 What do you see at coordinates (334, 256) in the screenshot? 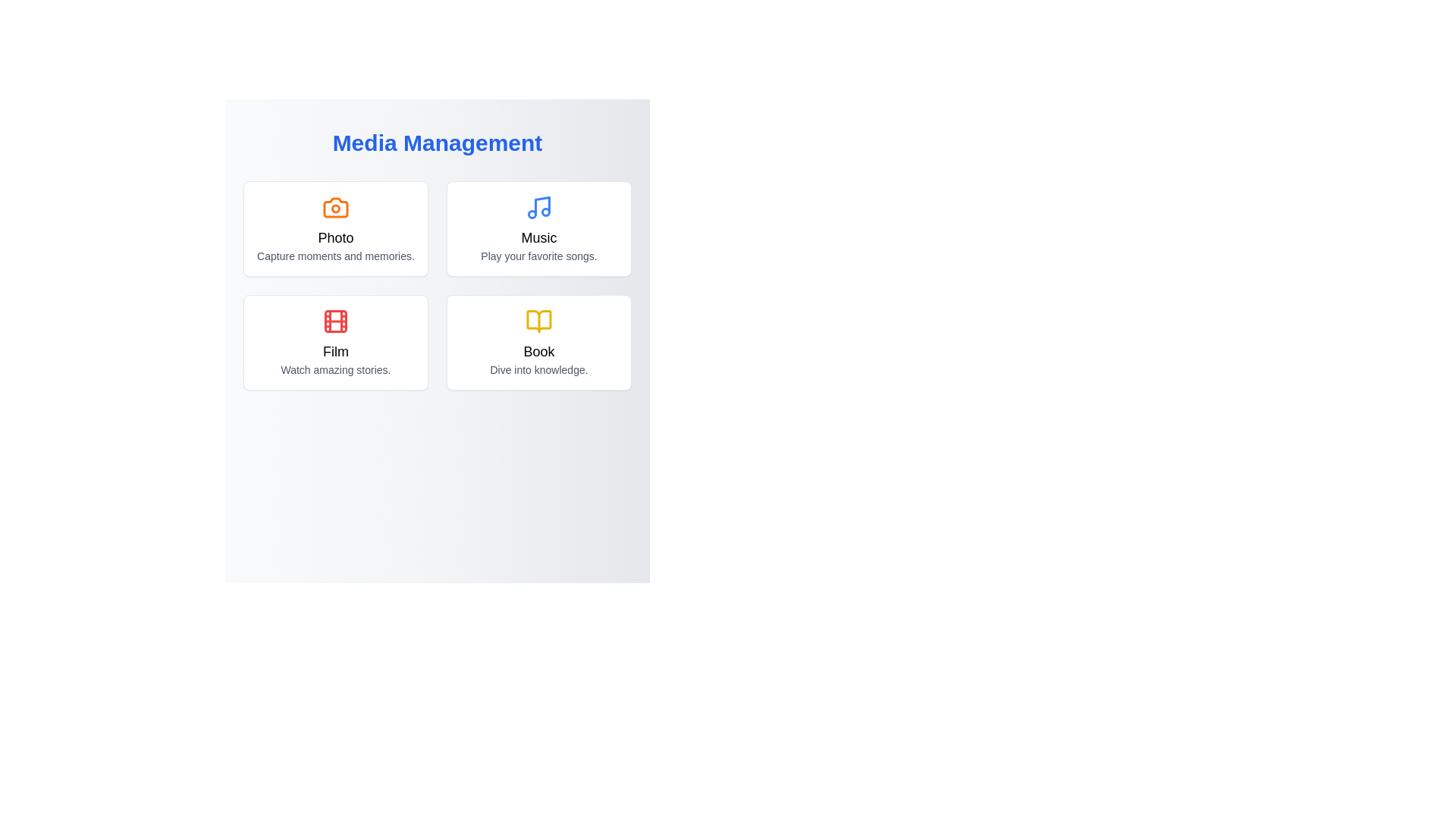
I see `the static text label that says 'Capture moments and memories.' which is styled in light gray and located below the 'Photo' text and camera icon` at bounding box center [334, 256].